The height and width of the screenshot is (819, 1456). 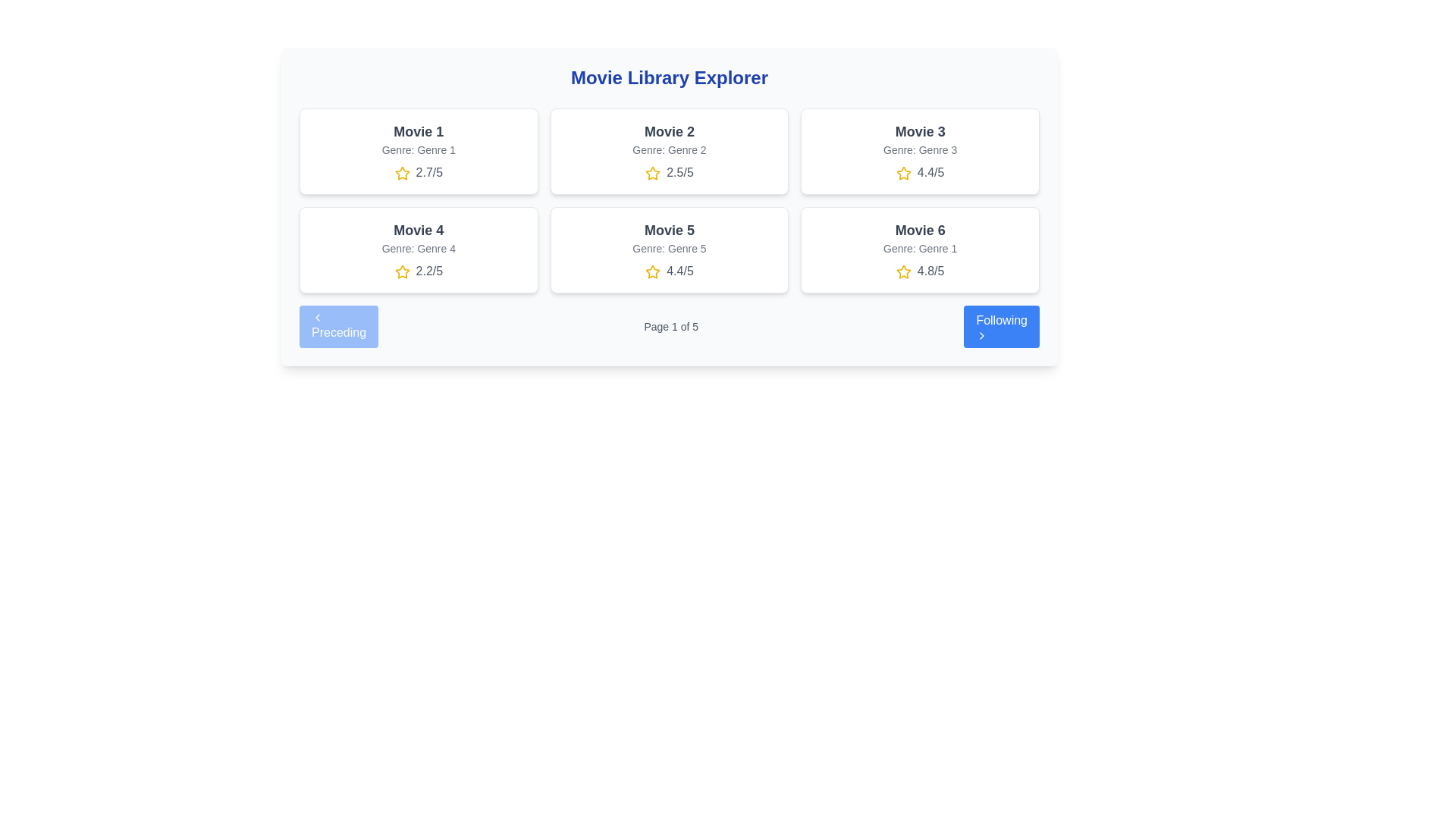 I want to click on the Feature card located in the top-left corner of the grid layout, which represents a movie with its title, genre, and rating, so click(x=419, y=152).